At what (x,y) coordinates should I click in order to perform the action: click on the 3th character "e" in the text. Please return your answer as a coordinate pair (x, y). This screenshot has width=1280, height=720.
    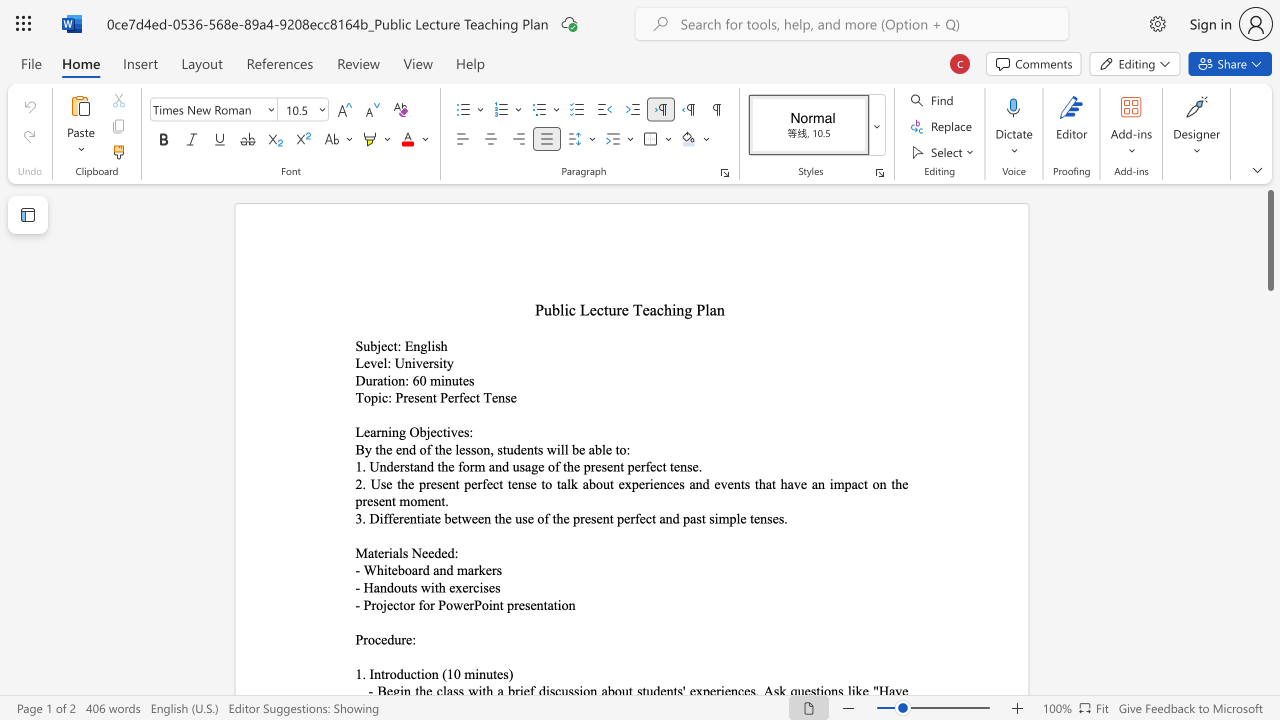
    Looking at the image, I should click on (541, 466).